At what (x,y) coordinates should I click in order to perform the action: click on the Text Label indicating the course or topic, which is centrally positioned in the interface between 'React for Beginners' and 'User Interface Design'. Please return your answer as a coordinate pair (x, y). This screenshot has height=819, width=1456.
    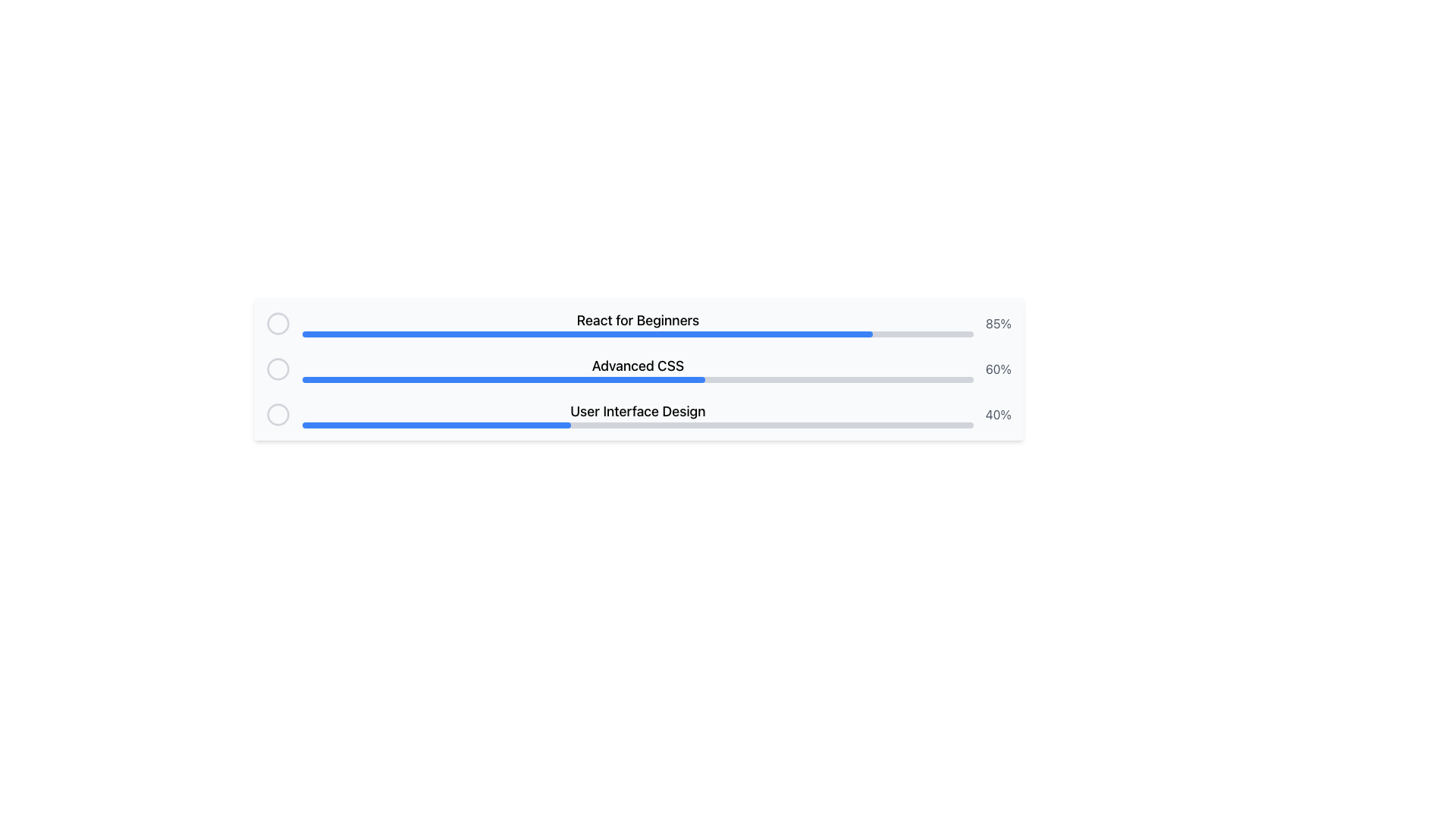
    Looking at the image, I should click on (638, 366).